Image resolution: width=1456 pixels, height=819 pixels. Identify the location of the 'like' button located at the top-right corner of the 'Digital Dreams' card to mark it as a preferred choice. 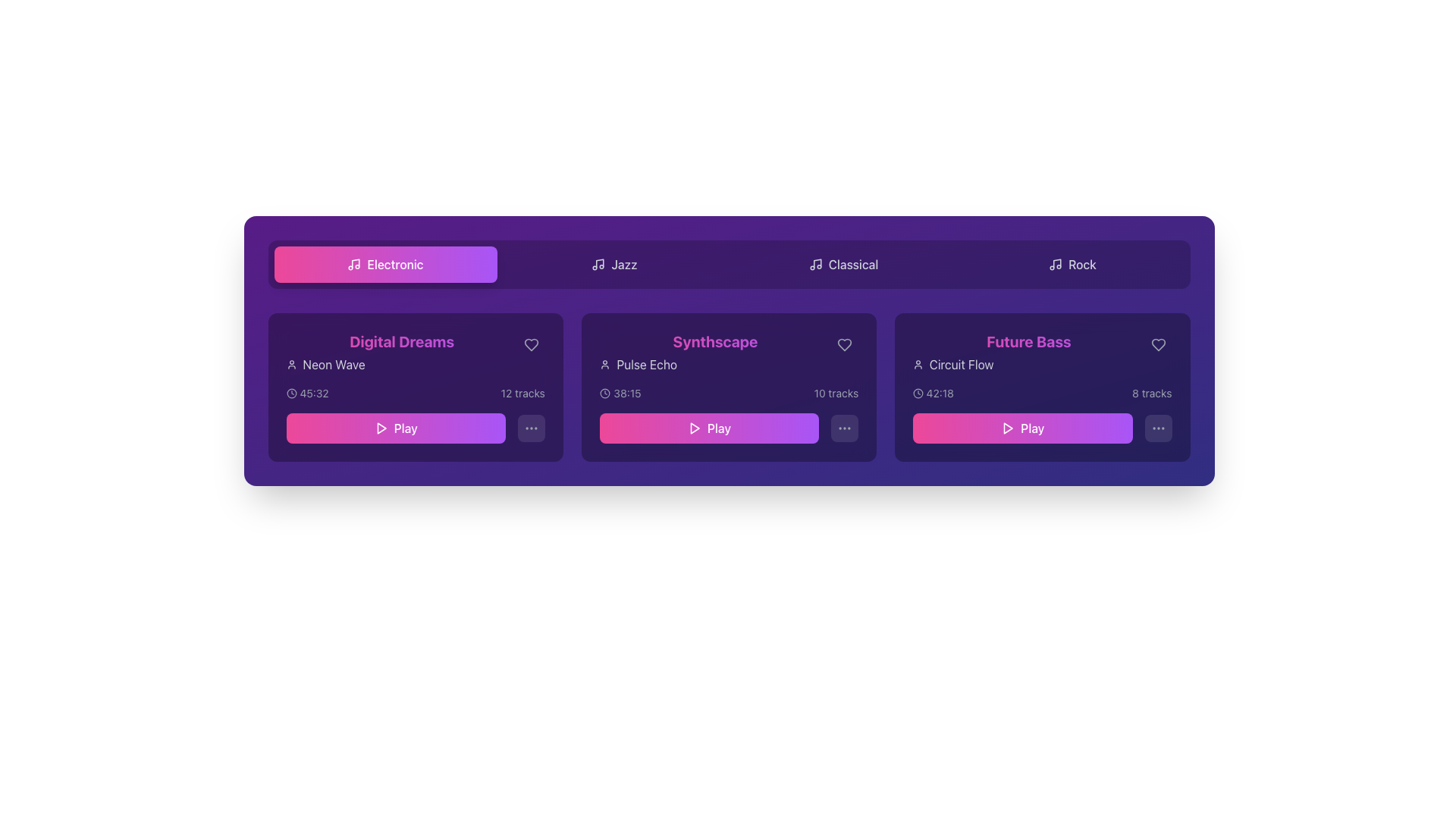
(531, 345).